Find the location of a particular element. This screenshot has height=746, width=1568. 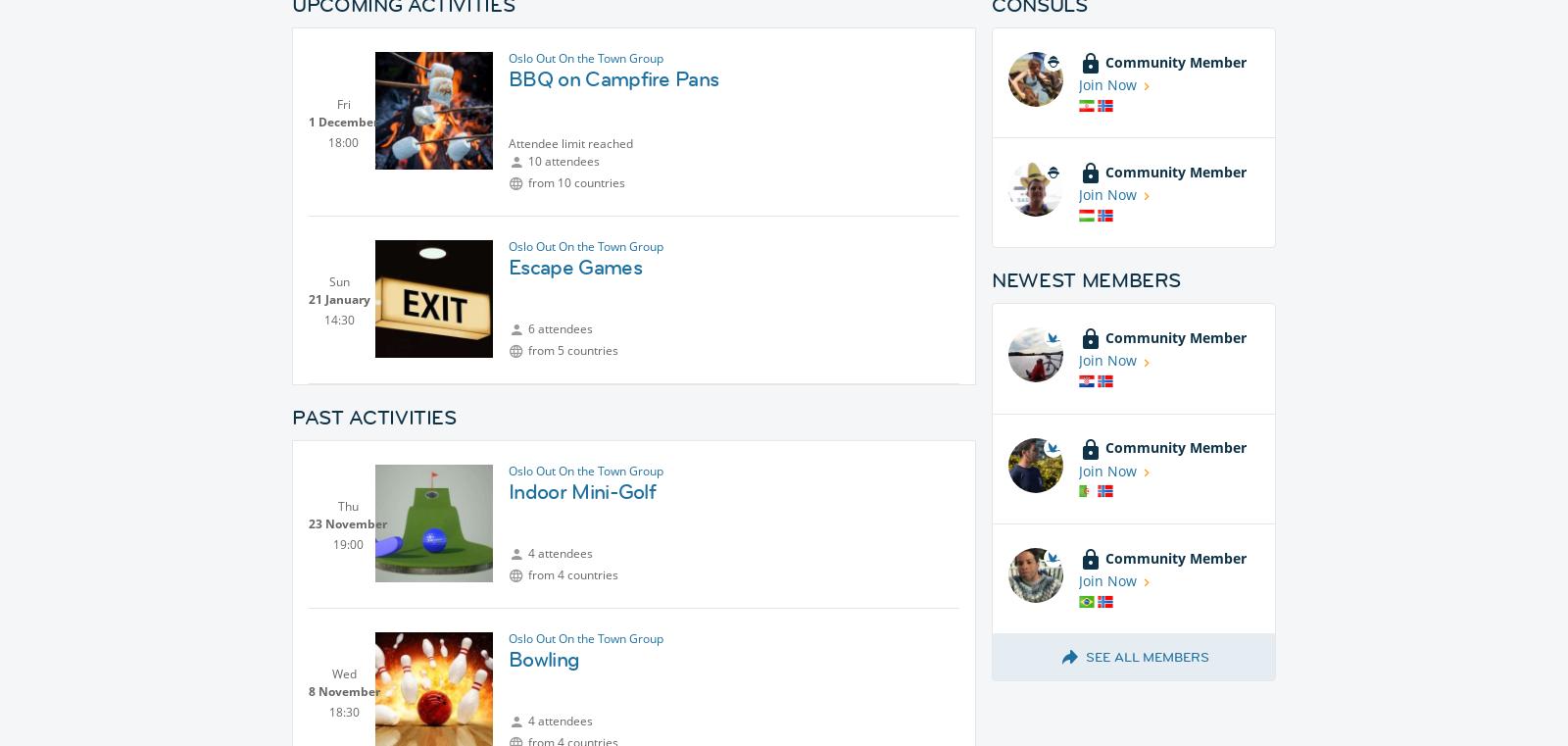

'Escape Games' is located at coordinates (573, 267).